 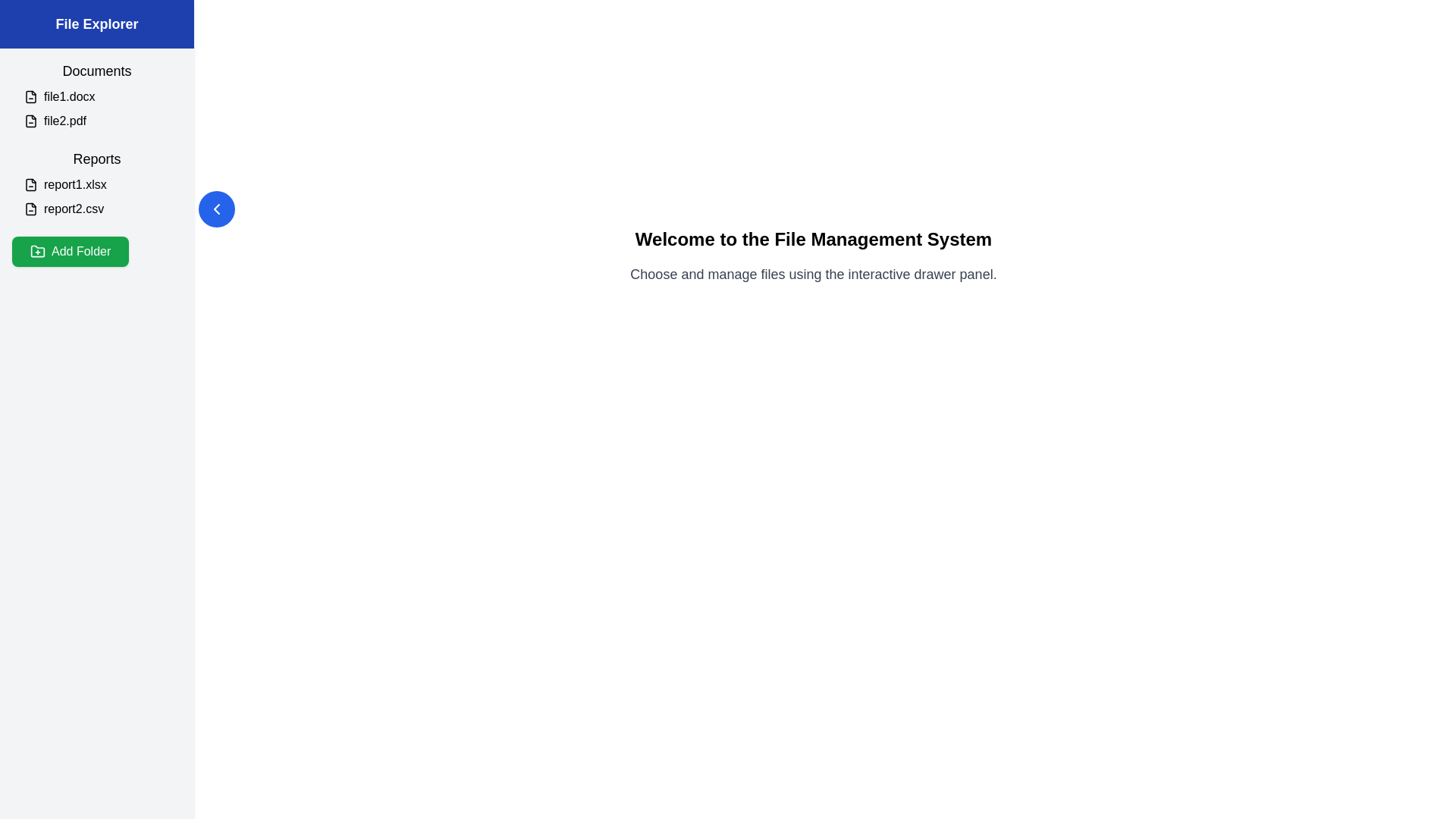 What do you see at coordinates (37, 250) in the screenshot?
I see `the 'Add Folder' icon located to the left of the 'Add Folder' text within the green button near the bottom of the left sidebar` at bounding box center [37, 250].